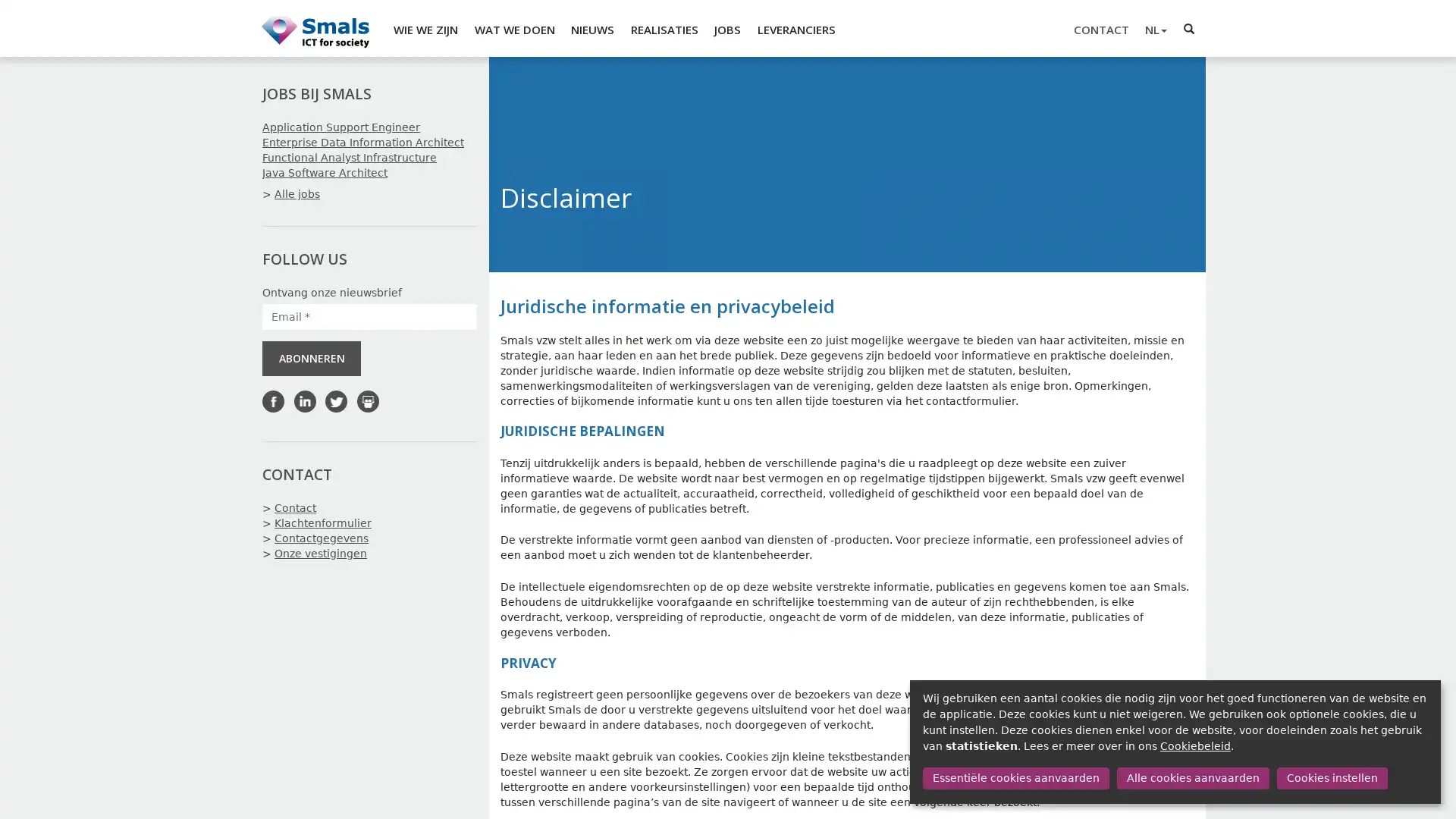 This screenshot has height=819, width=1456. What do you see at coordinates (1191, 778) in the screenshot?
I see `Alle cookies aanvaarden` at bounding box center [1191, 778].